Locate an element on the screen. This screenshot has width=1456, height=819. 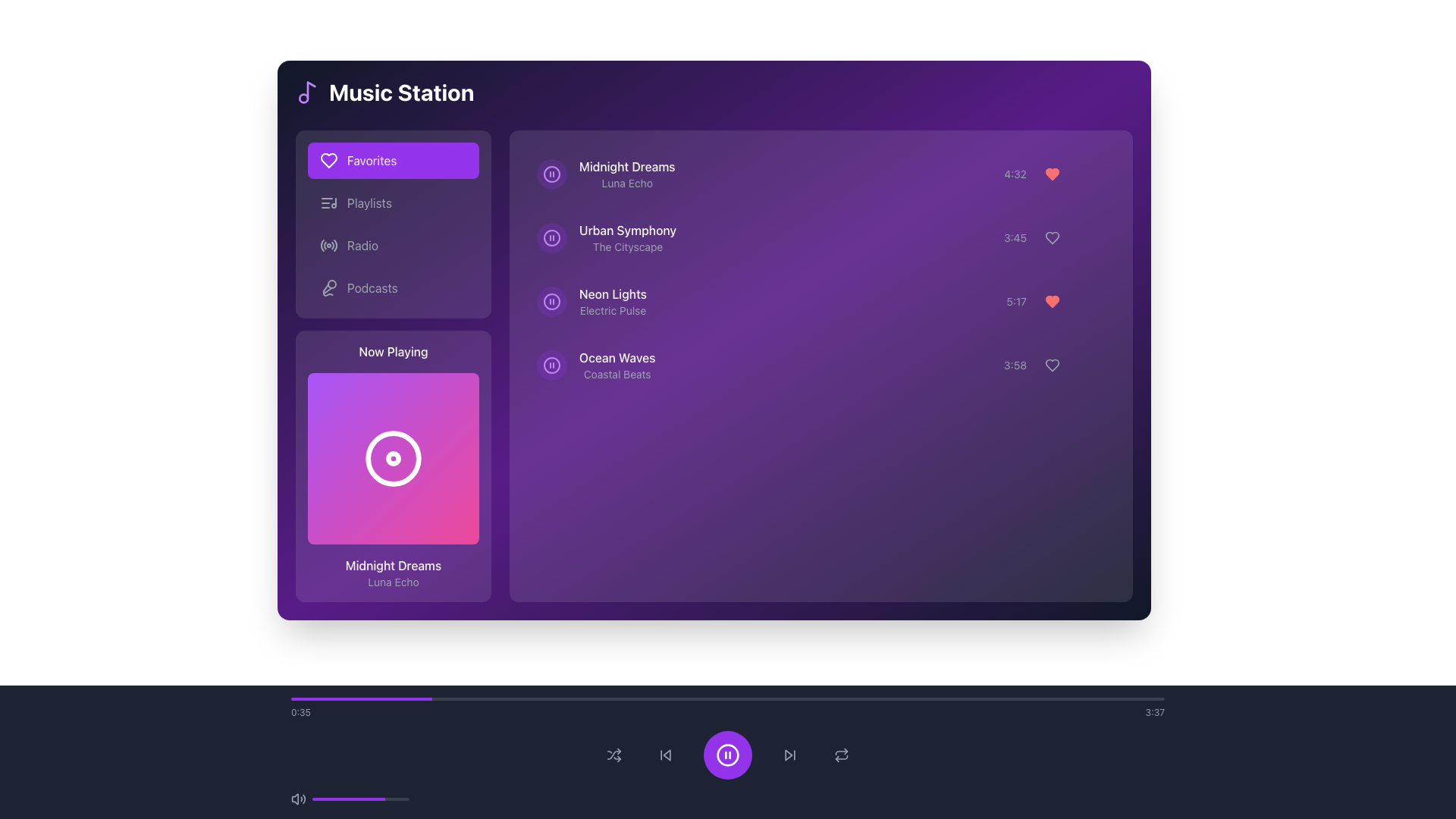
the volume control icon, which is a speaker shape with sound waves, located at the far left end of the playback control bar is located at coordinates (298, 798).